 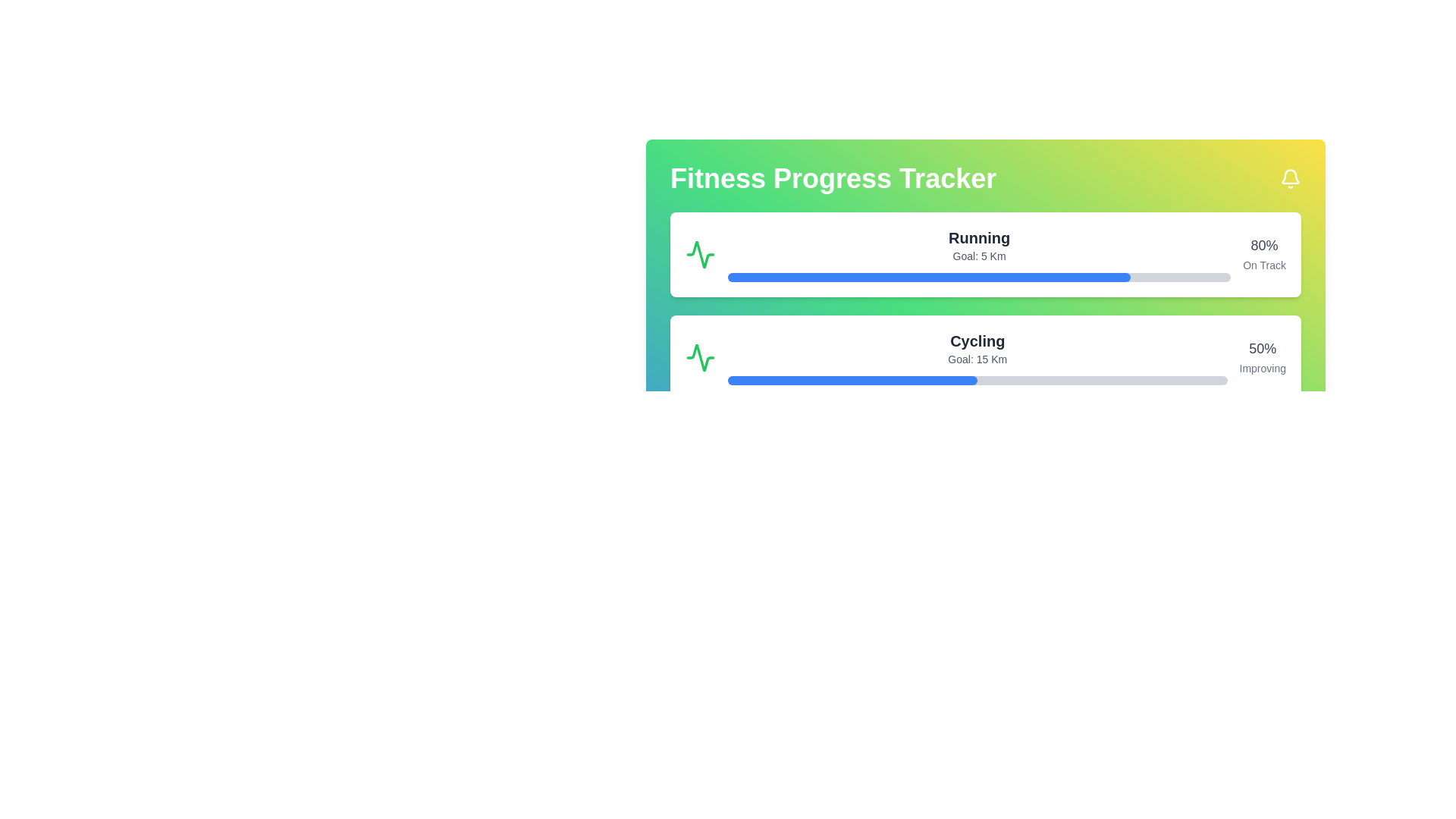 I want to click on the cycling activity icon located in the top-left region of the 'Cycling' section, positioned to the immediate left of the 'Cycling' text, so click(x=700, y=357).